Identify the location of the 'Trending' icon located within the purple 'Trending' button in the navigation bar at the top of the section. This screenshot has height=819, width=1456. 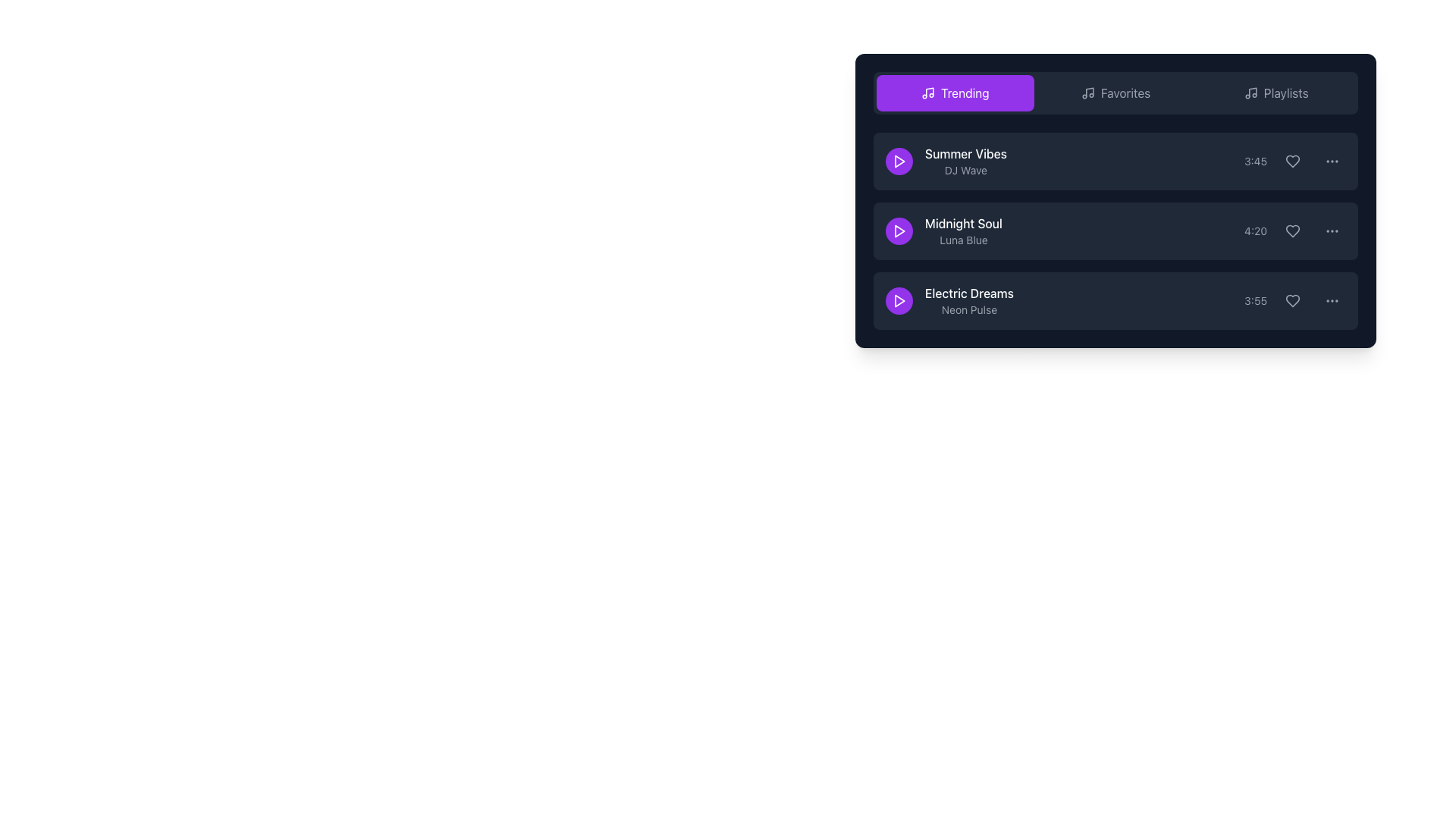
(927, 93).